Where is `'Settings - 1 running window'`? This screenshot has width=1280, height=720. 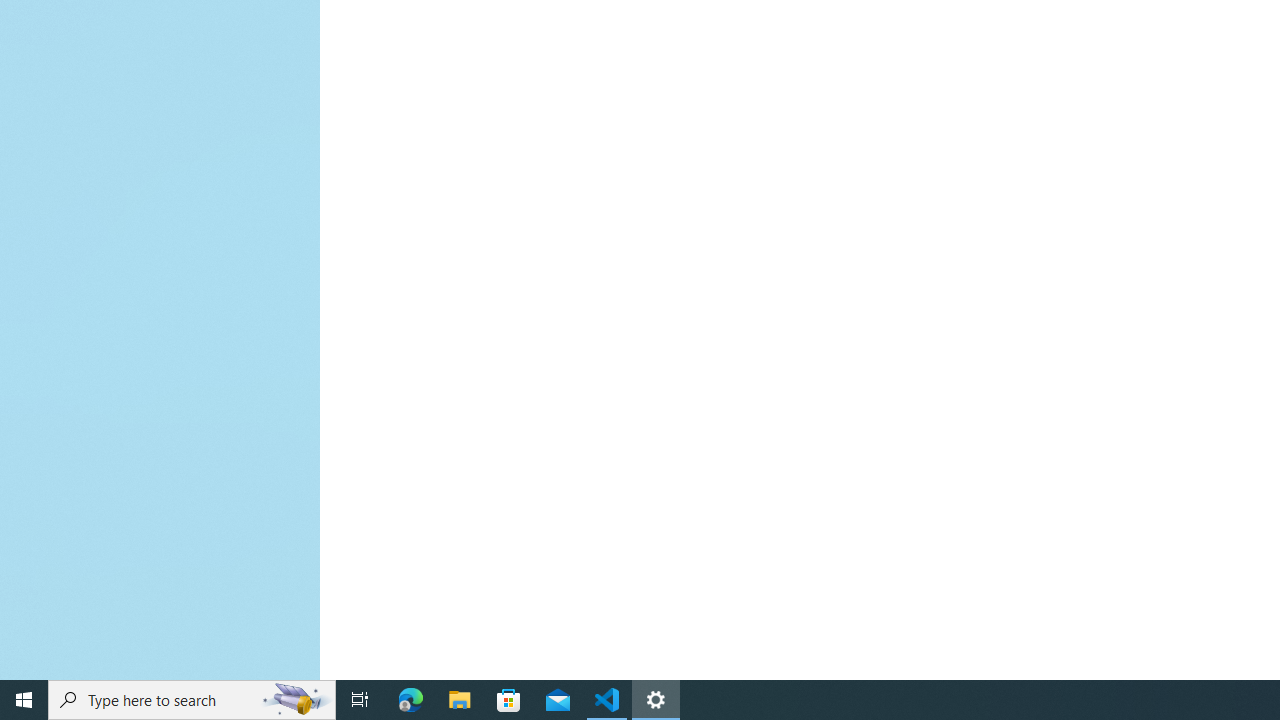
'Settings - 1 running window' is located at coordinates (656, 698).